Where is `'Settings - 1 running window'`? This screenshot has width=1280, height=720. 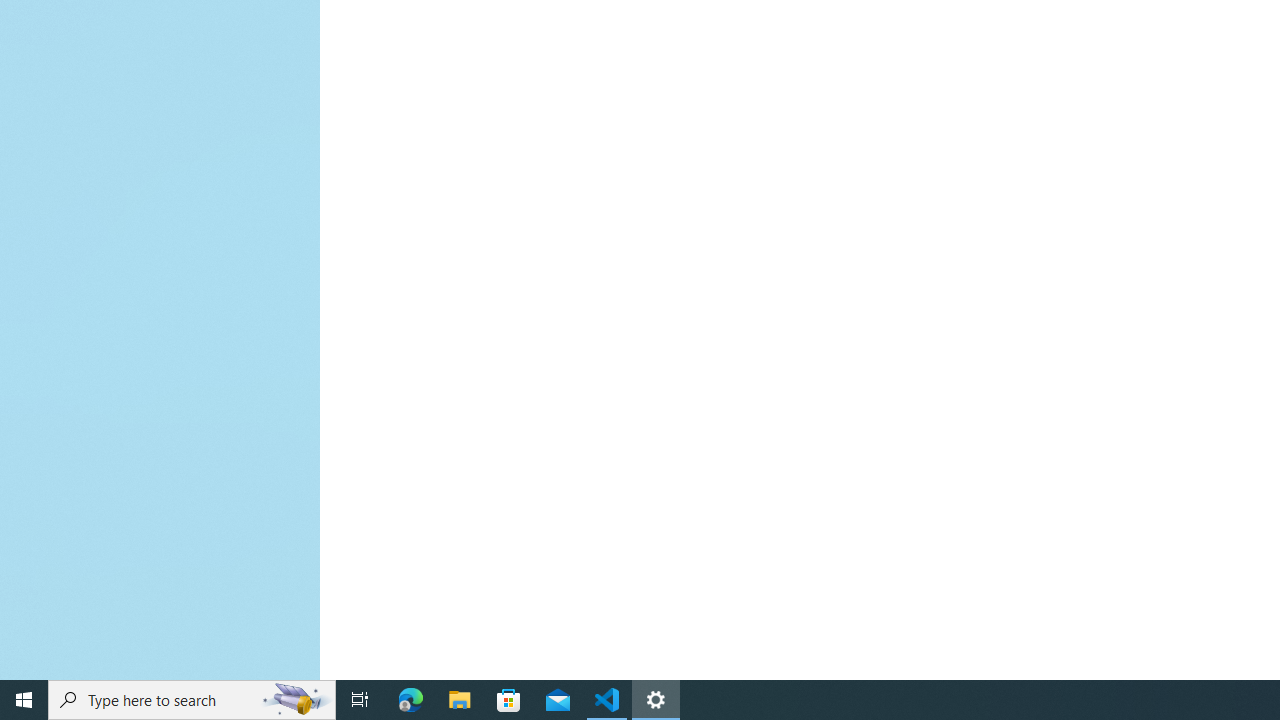
'Settings - 1 running window' is located at coordinates (656, 698).